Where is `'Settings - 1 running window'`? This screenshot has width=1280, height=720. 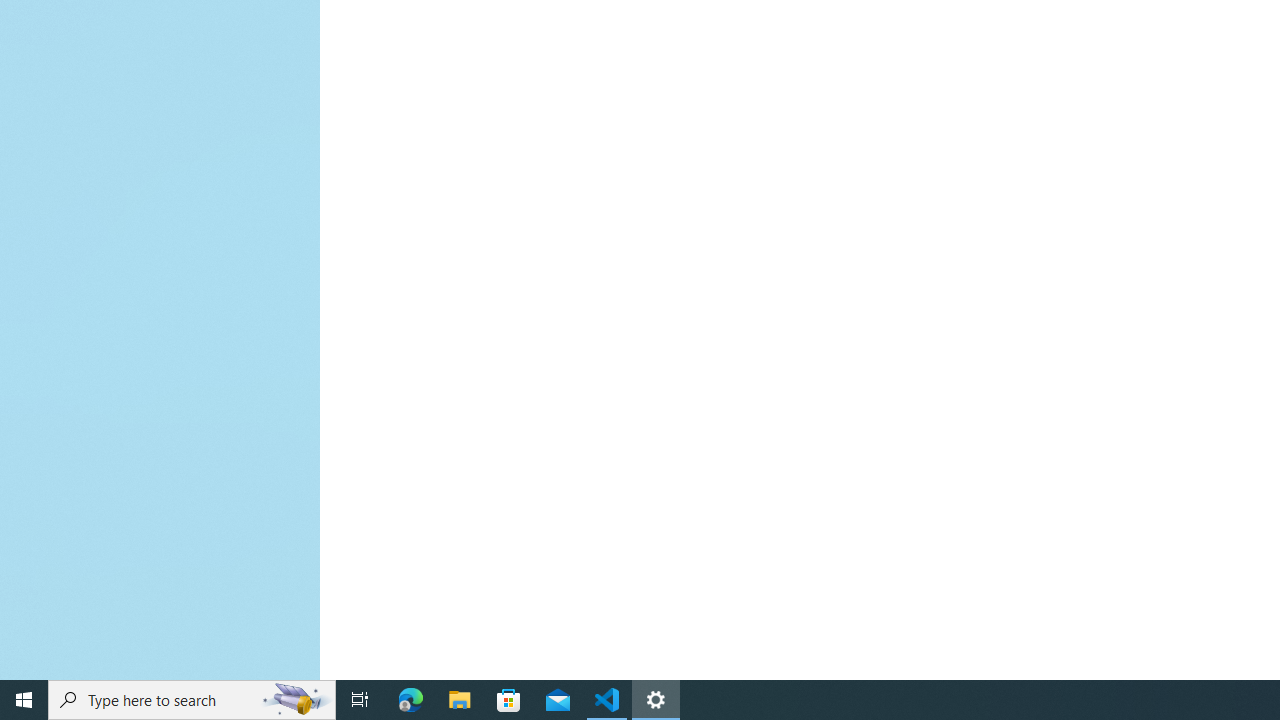
'Settings - 1 running window' is located at coordinates (656, 698).